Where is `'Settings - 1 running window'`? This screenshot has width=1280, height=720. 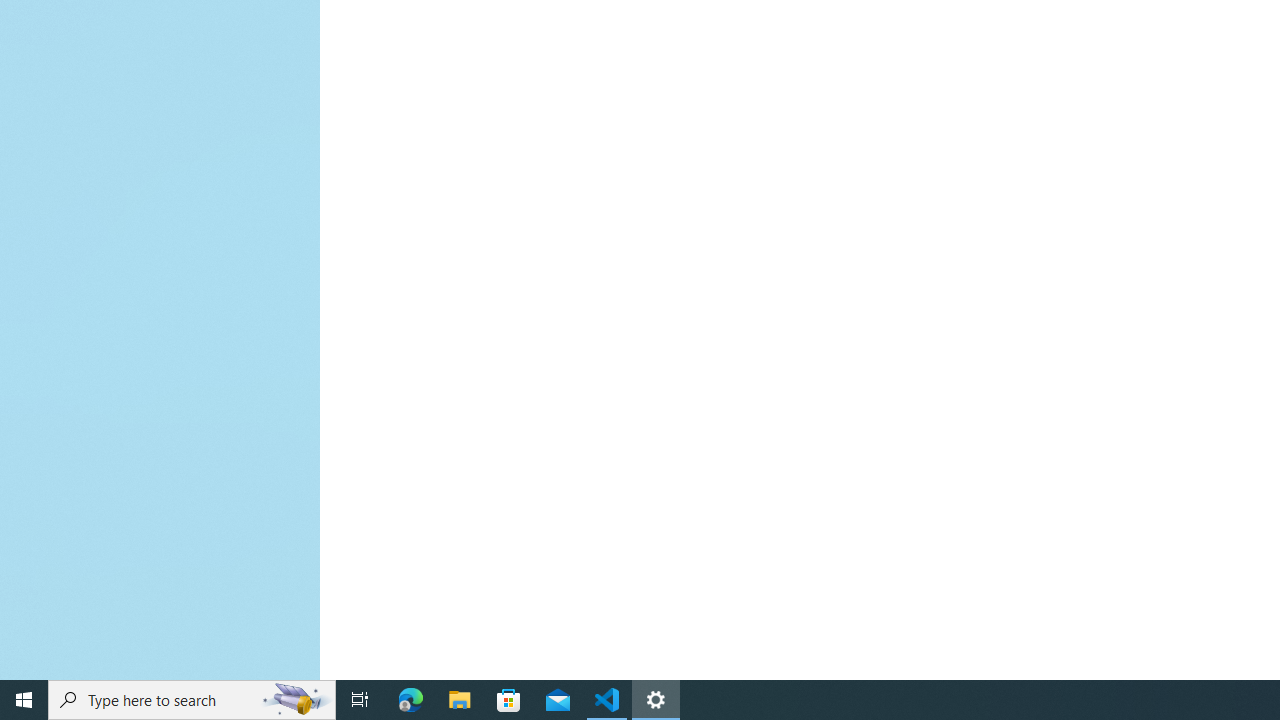
'Settings - 1 running window' is located at coordinates (656, 698).